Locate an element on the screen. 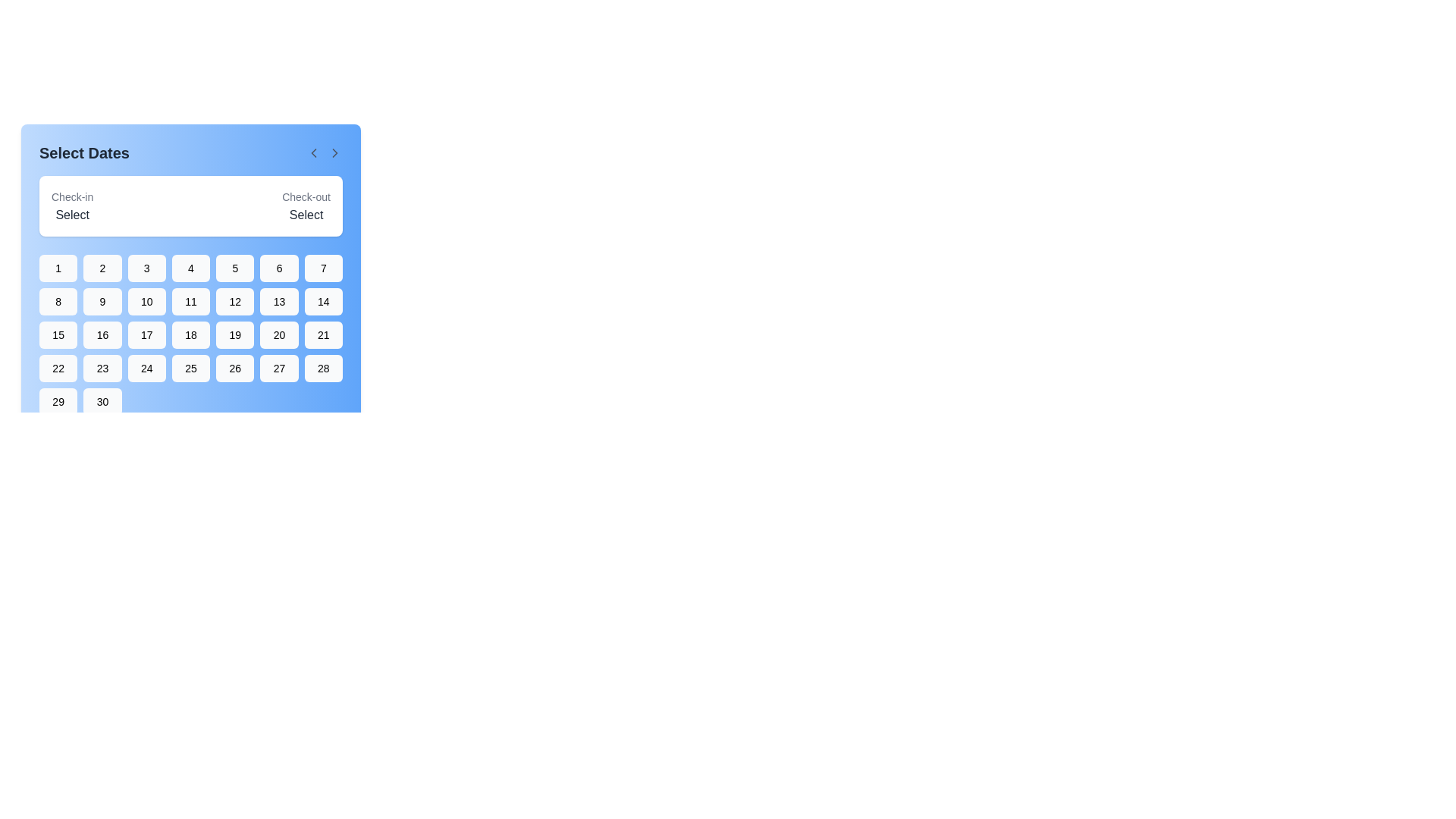 The height and width of the screenshot is (819, 1456). the 'Check-in' label, which is a small gray text element located in the upper-left of the 'Select Dates' interface, above the 'Select' text is located at coordinates (71, 196).